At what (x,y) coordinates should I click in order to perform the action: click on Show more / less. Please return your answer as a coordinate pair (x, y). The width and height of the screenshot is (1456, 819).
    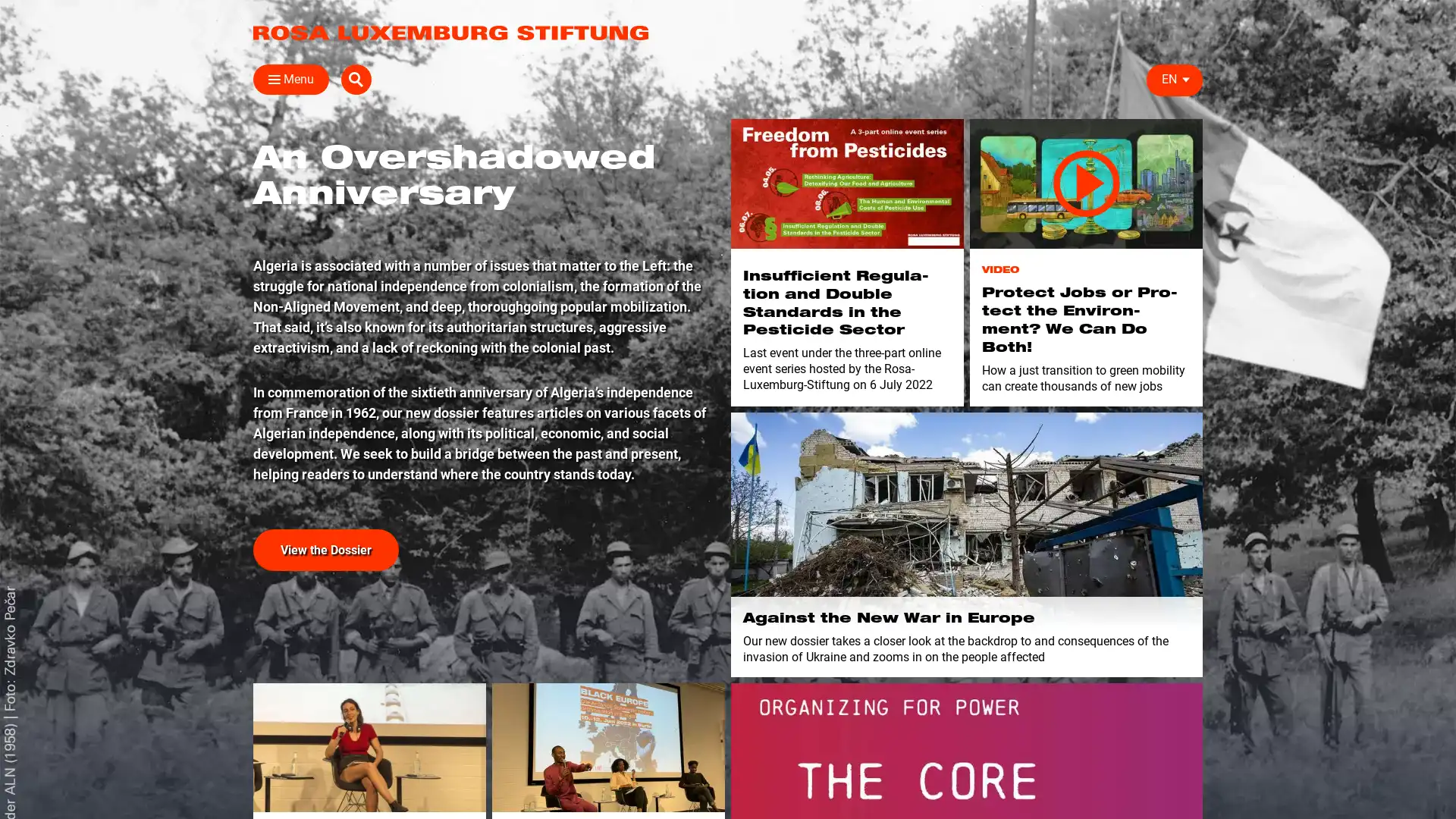
    Looking at the image, I should click on (483, 275).